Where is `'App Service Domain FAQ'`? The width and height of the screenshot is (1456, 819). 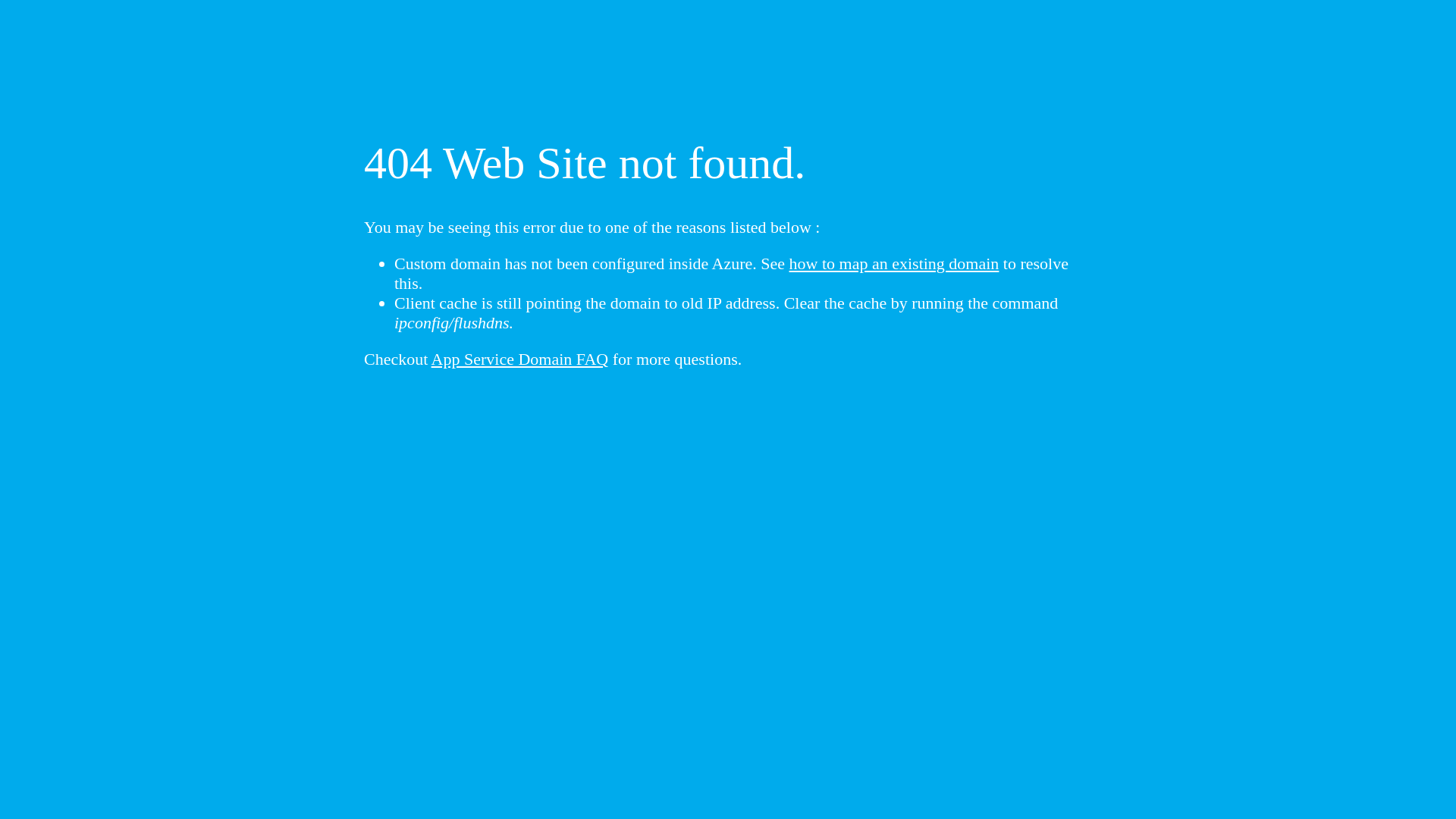 'App Service Domain FAQ' is located at coordinates (520, 359).